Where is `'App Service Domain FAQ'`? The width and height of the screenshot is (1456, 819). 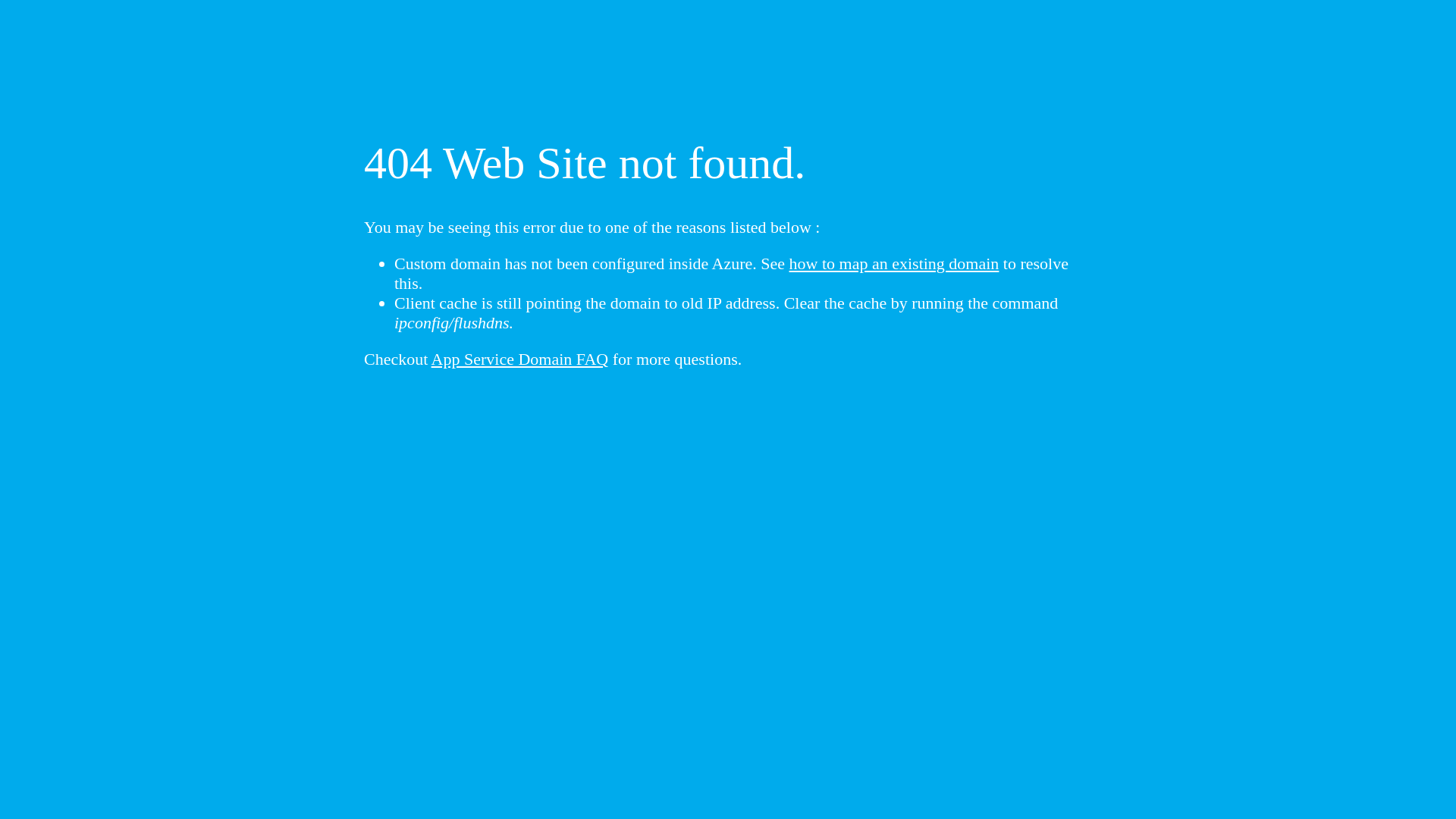 'App Service Domain FAQ' is located at coordinates (520, 359).